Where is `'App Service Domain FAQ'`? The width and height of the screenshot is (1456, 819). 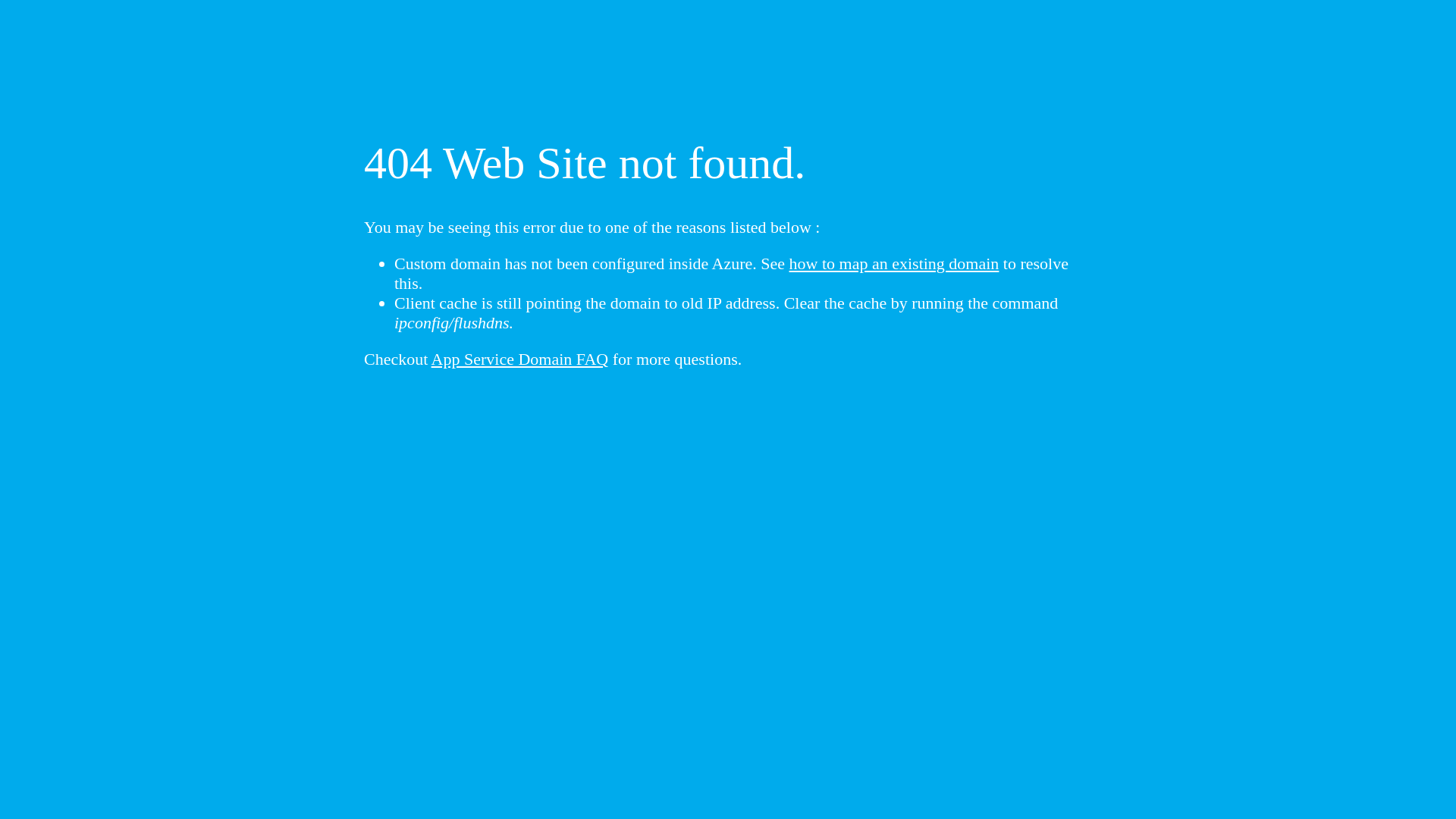 'App Service Domain FAQ' is located at coordinates (520, 359).